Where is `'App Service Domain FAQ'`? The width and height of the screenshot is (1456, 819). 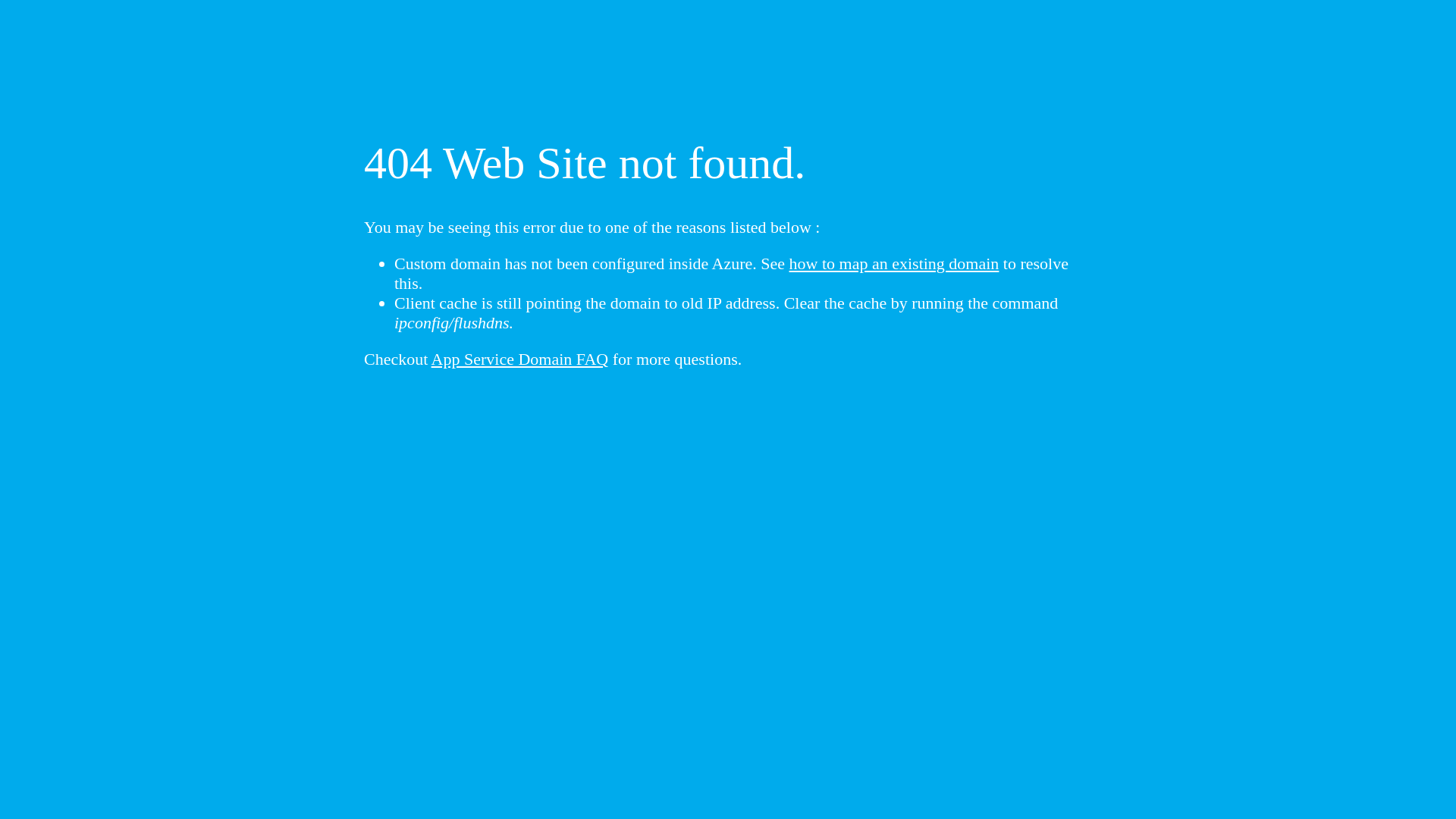 'App Service Domain FAQ' is located at coordinates (520, 359).